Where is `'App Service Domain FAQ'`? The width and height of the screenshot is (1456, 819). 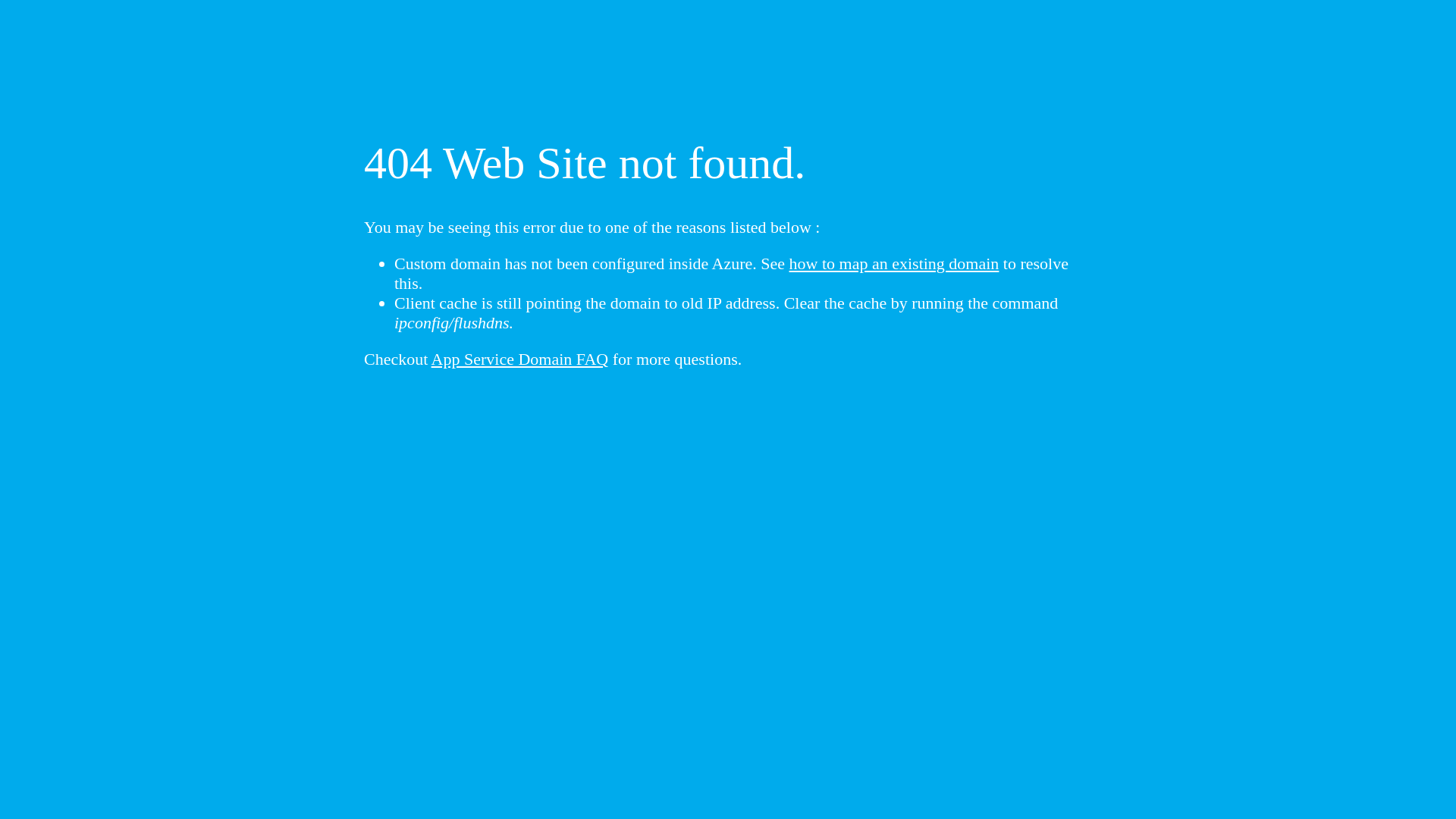 'App Service Domain FAQ' is located at coordinates (520, 359).